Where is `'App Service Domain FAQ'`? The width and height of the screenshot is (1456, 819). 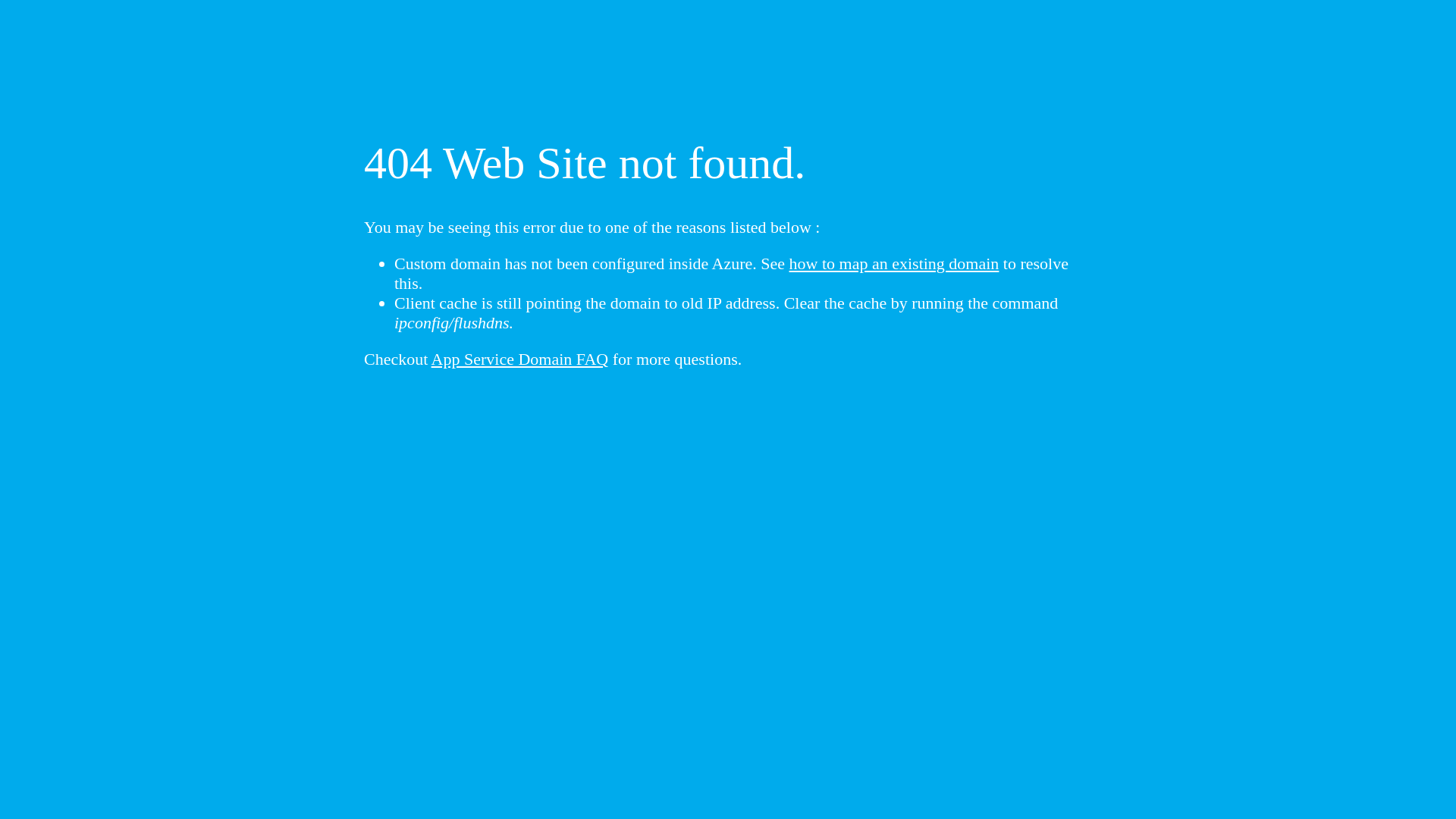 'App Service Domain FAQ' is located at coordinates (520, 359).